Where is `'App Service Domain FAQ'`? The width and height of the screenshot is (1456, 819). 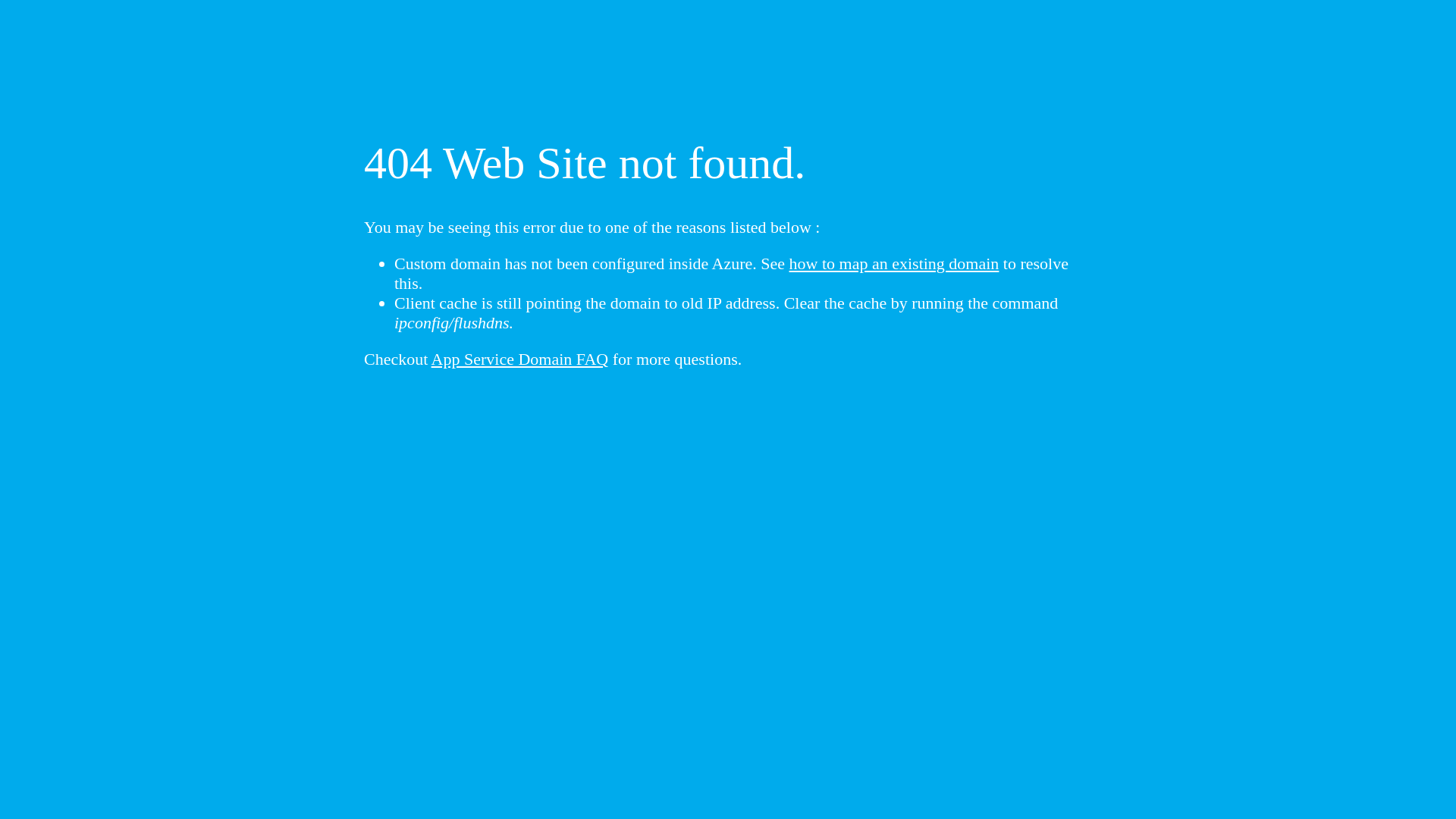 'App Service Domain FAQ' is located at coordinates (520, 359).